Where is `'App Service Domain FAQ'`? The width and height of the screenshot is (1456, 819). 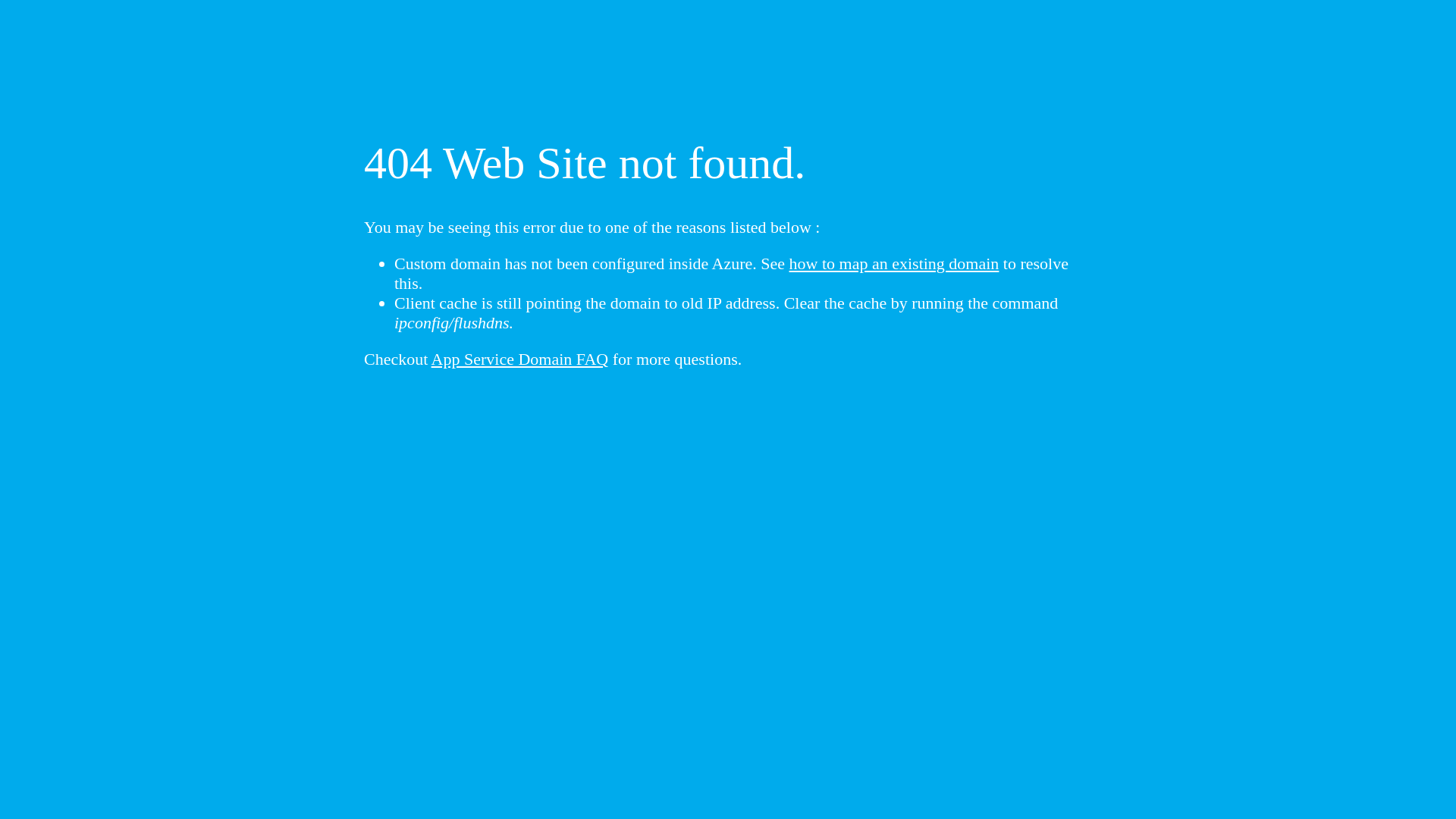 'App Service Domain FAQ' is located at coordinates (520, 359).